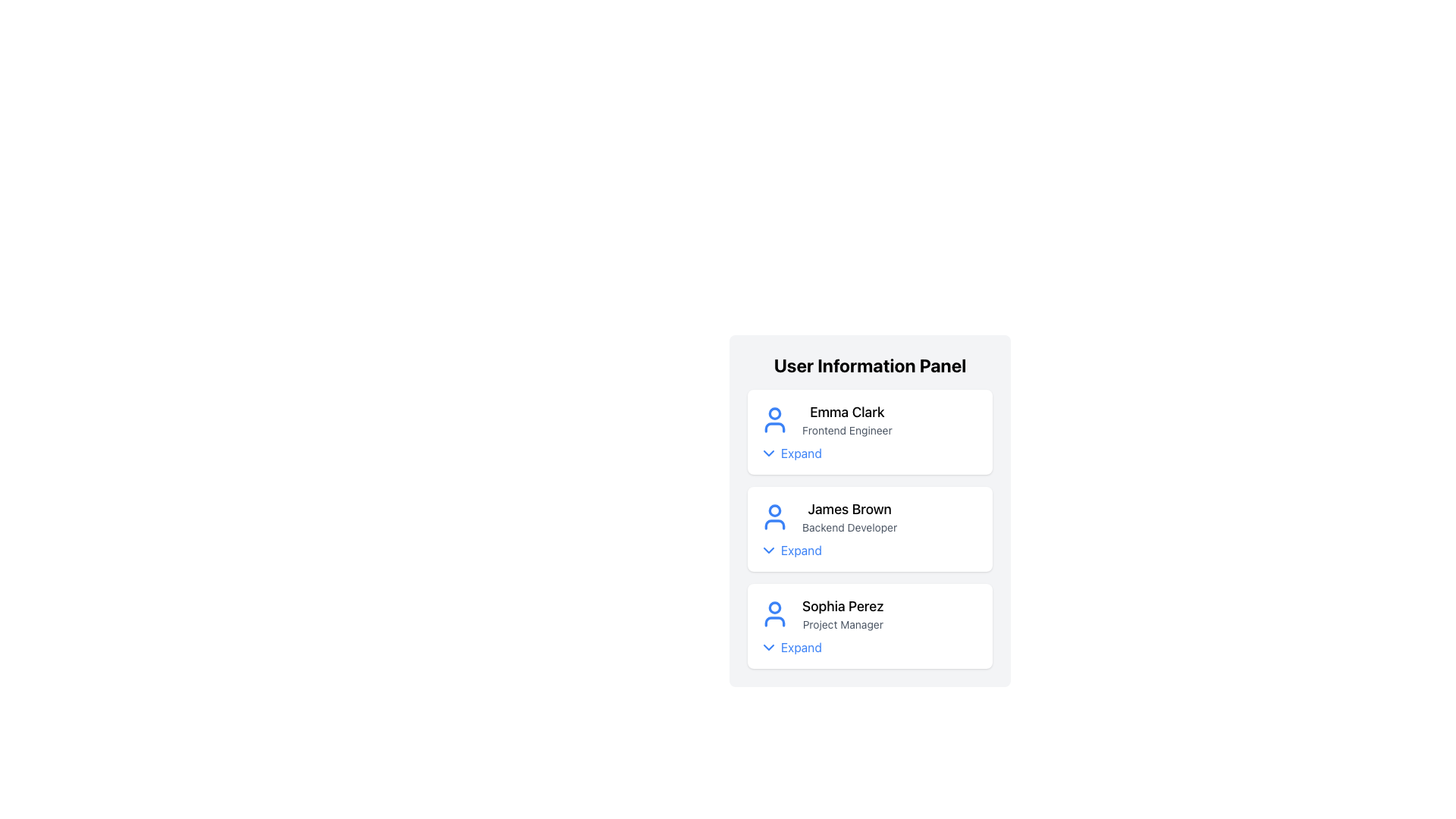 This screenshot has height=819, width=1456. I want to click on the blue user profile icon resembling a head and shoulders silhouette, so click(775, 420).